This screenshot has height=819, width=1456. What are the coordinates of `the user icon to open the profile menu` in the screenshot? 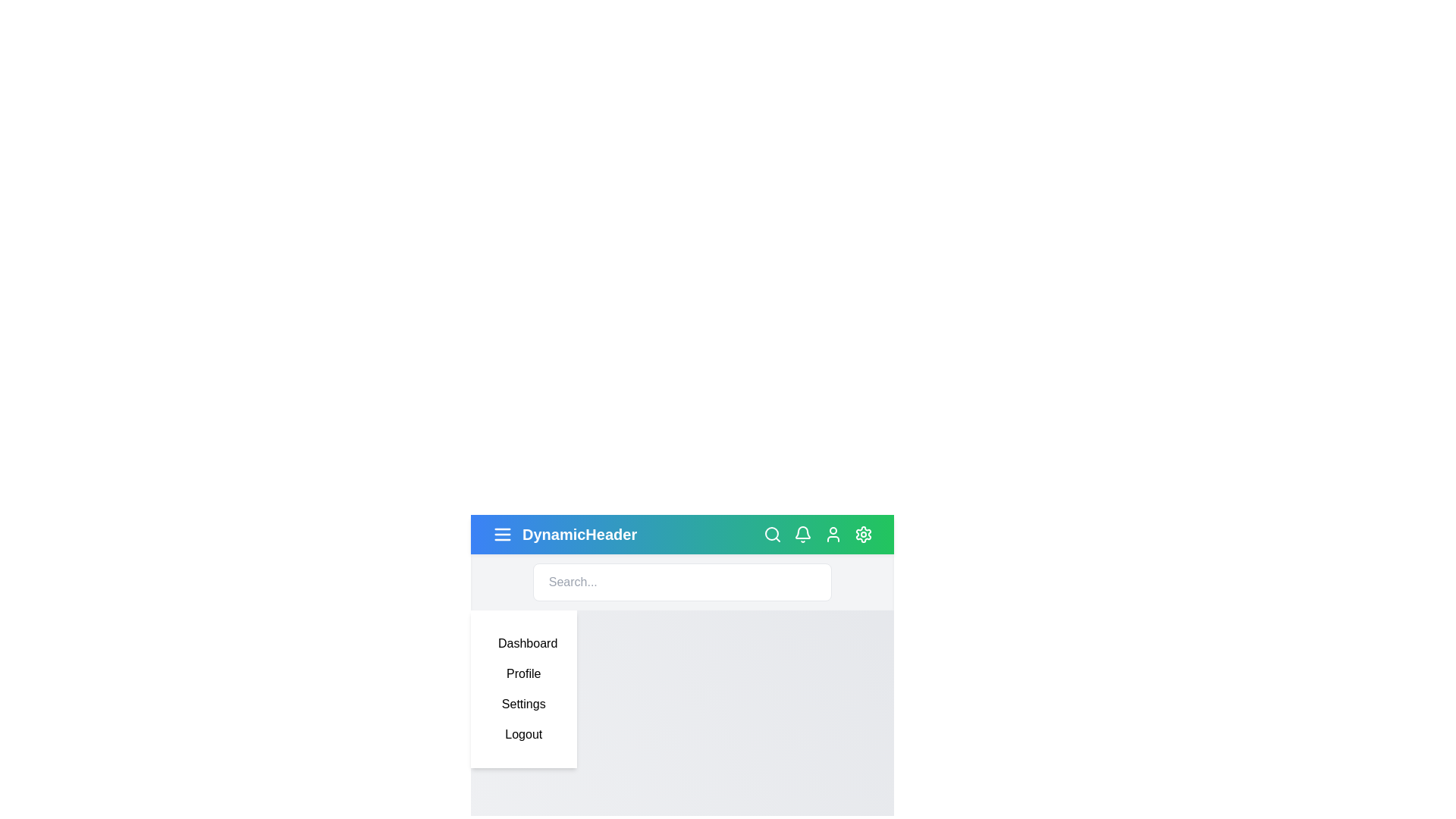 It's located at (833, 534).